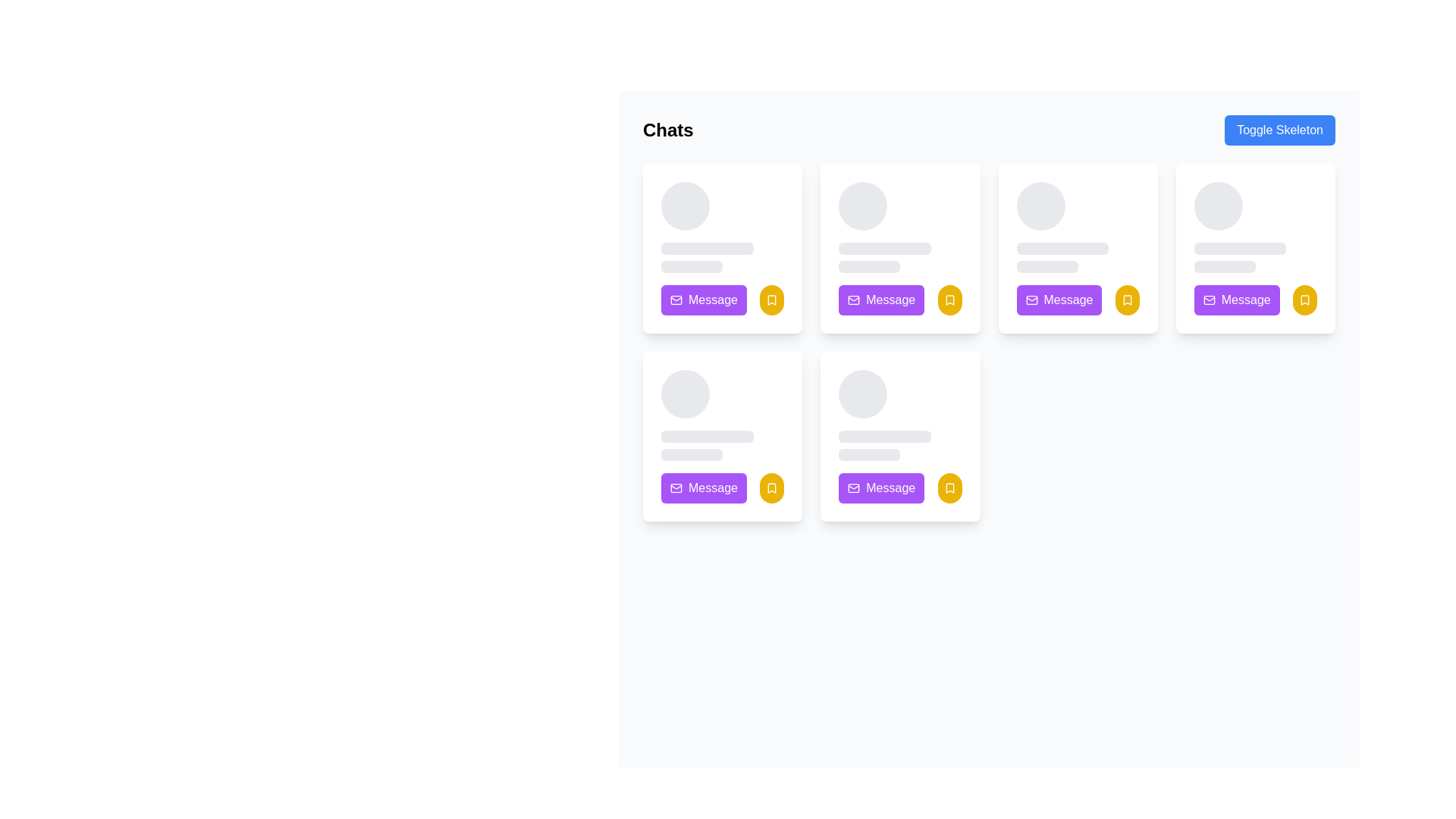  I want to click on the circular yellow button with a white bookmark icon located at the bottom-right corner of the user card layout to visualize the hover effect, so click(772, 488).